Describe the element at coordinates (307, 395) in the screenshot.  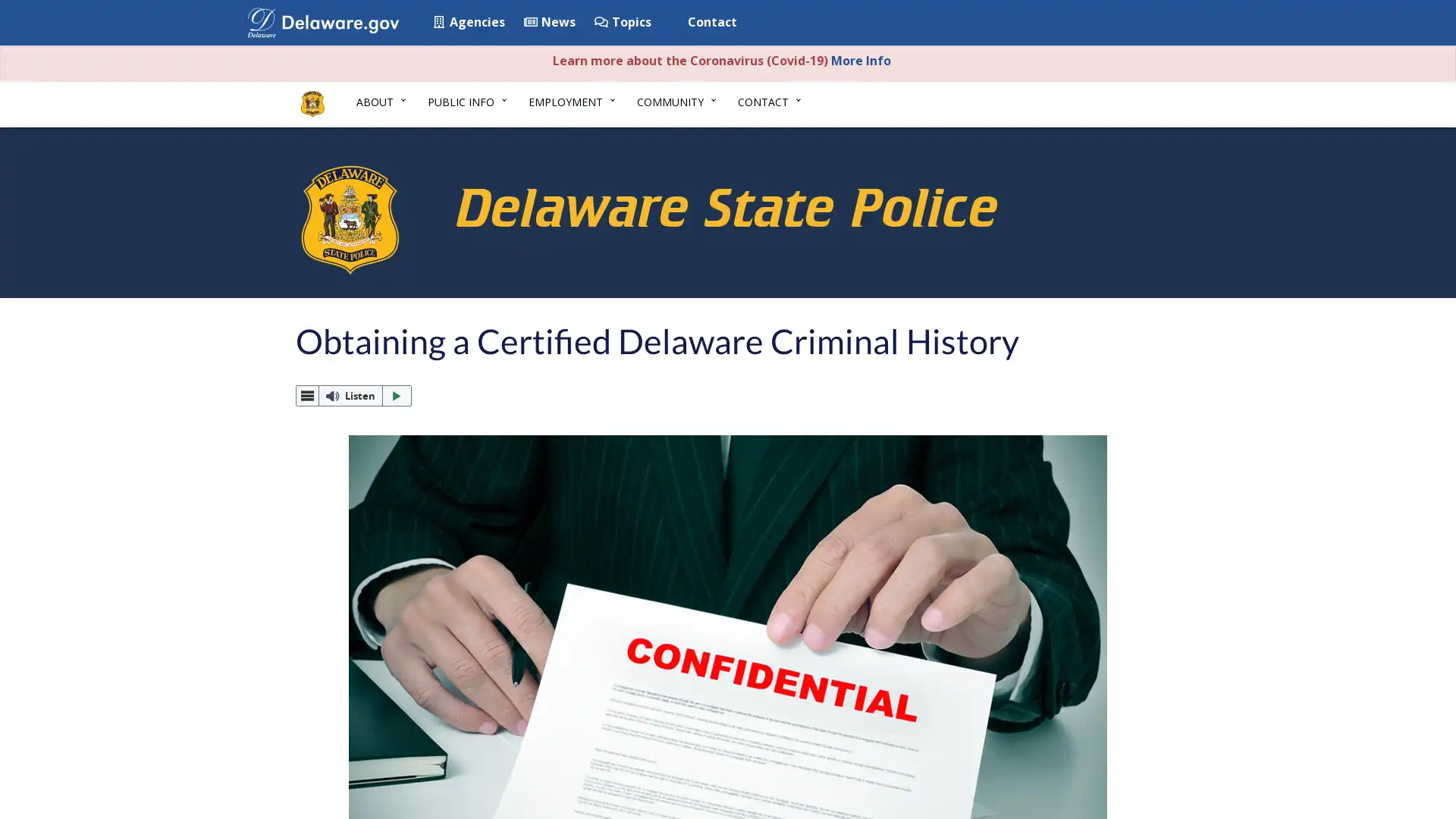
I see `webReader Menu` at that location.